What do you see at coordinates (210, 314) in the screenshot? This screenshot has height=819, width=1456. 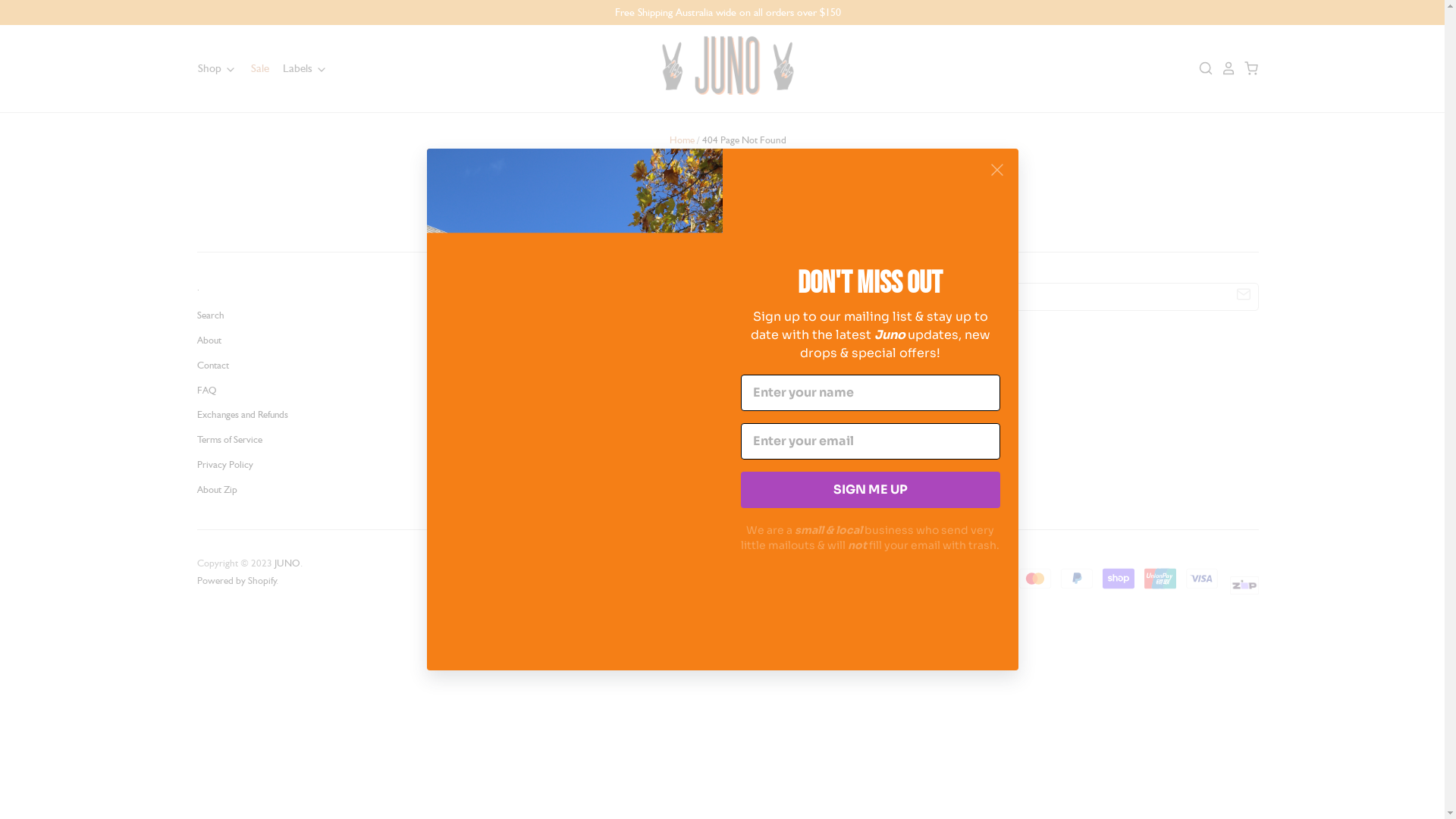 I see `'Search'` at bounding box center [210, 314].